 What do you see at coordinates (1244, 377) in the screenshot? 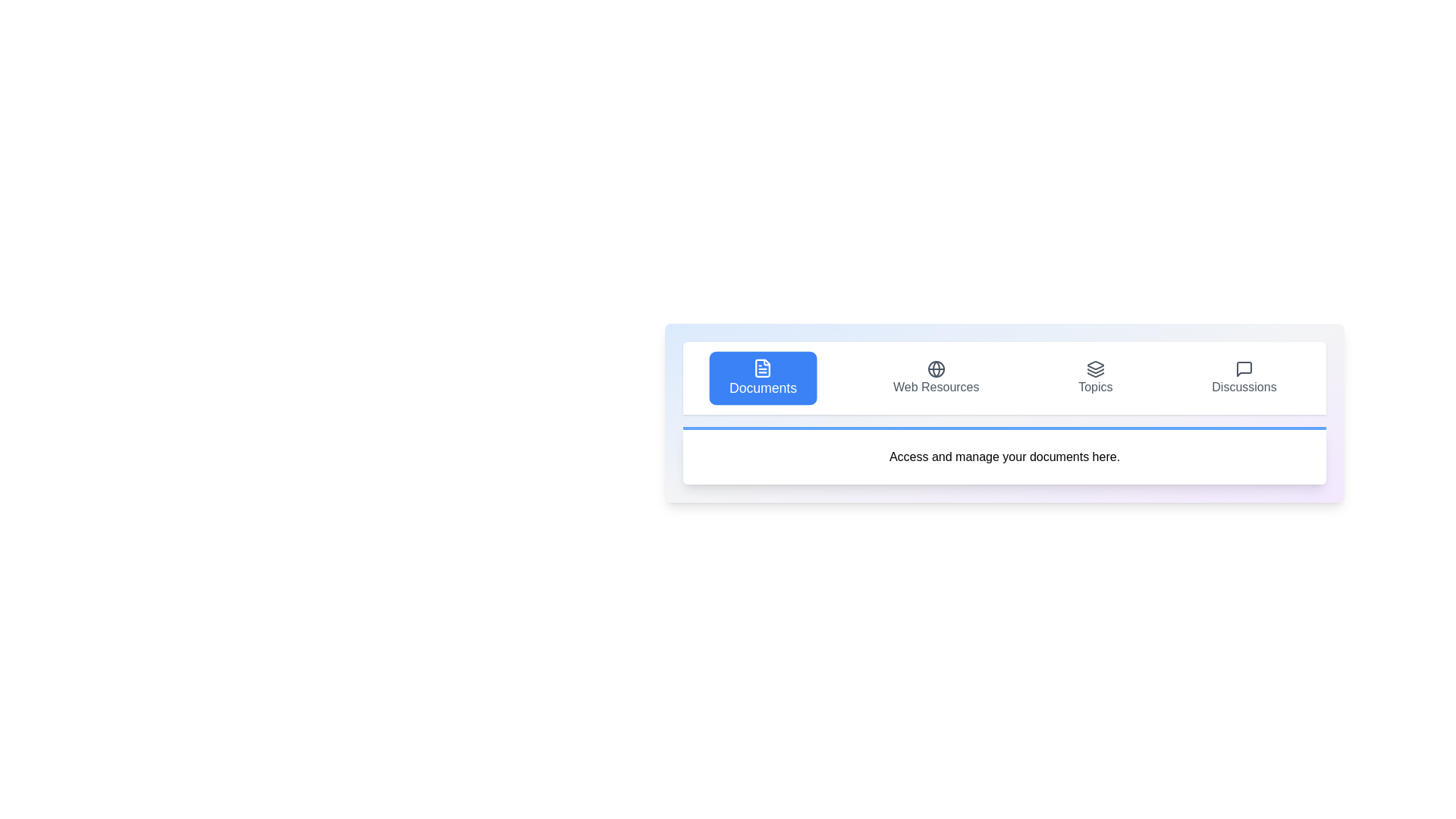
I see `the Discussions tab to switch views` at bounding box center [1244, 377].